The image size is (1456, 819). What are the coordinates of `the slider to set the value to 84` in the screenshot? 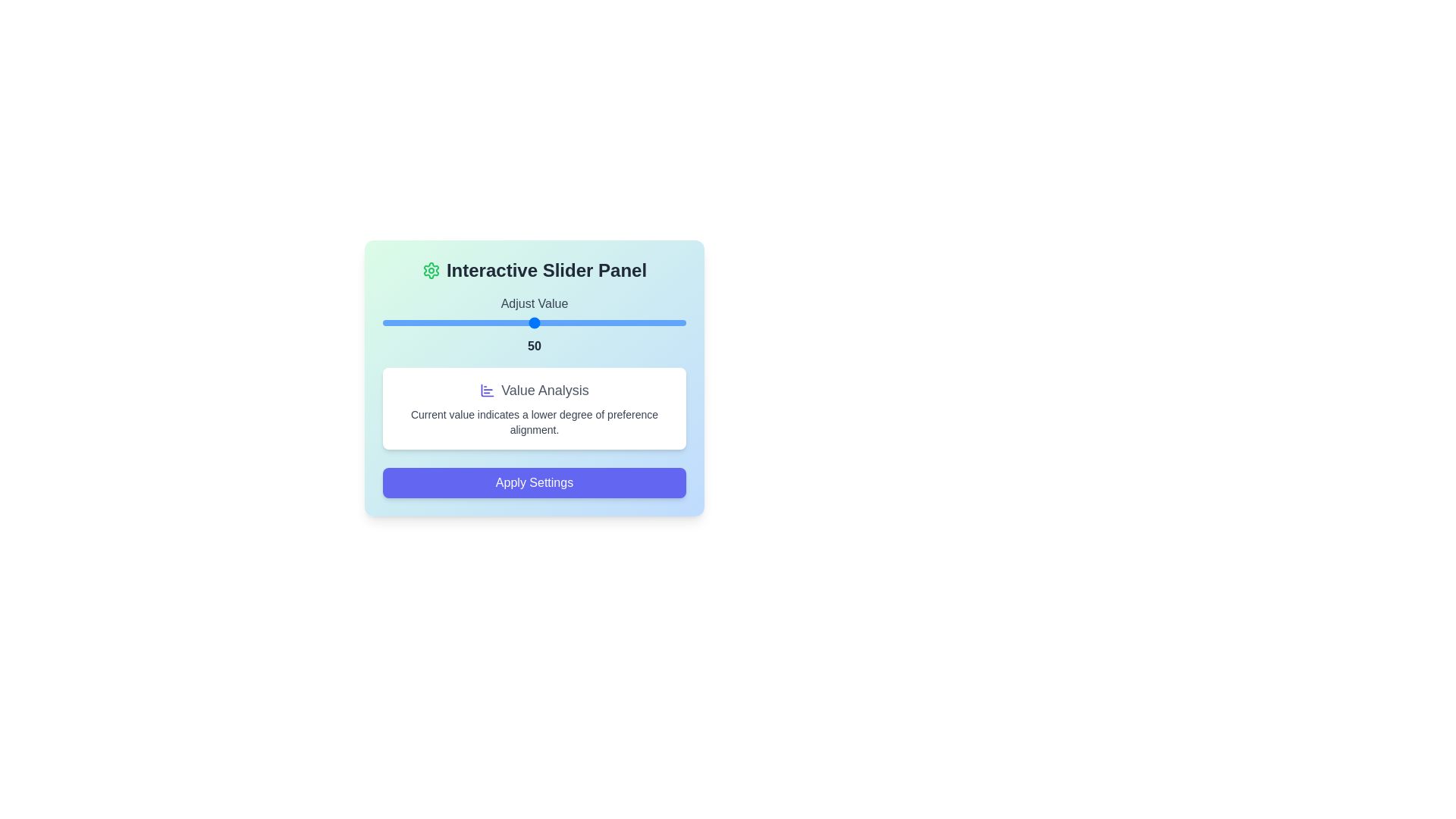 It's located at (637, 322).